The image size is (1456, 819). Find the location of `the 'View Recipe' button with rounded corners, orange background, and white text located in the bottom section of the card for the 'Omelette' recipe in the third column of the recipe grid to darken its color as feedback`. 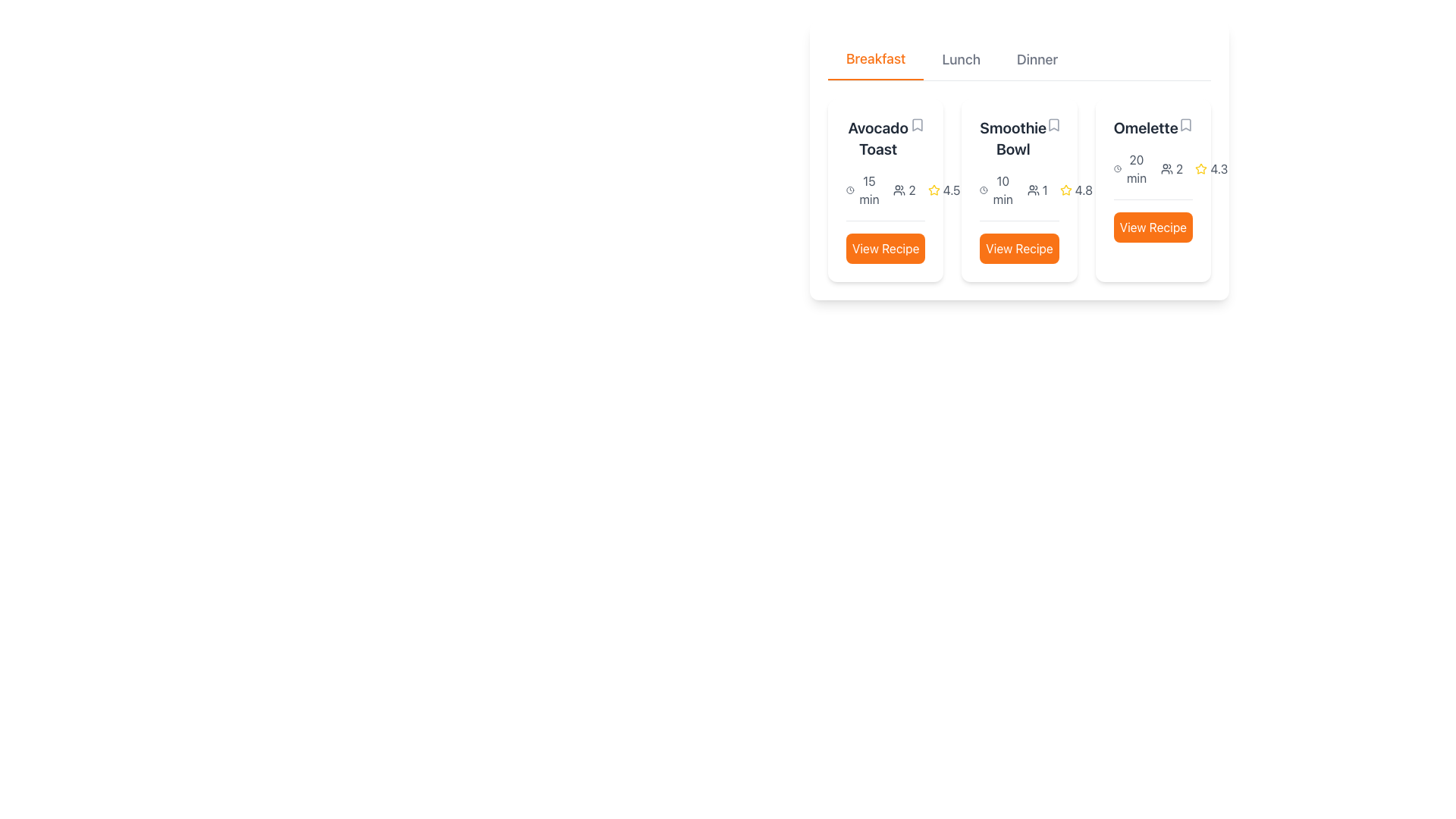

the 'View Recipe' button with rounded corners, orange background, and white text located in the bottom section of the card for the 'Omelette' recipe in the third column of the recipe grid to darken its color as feedback is located at coordinates (1153, 227).